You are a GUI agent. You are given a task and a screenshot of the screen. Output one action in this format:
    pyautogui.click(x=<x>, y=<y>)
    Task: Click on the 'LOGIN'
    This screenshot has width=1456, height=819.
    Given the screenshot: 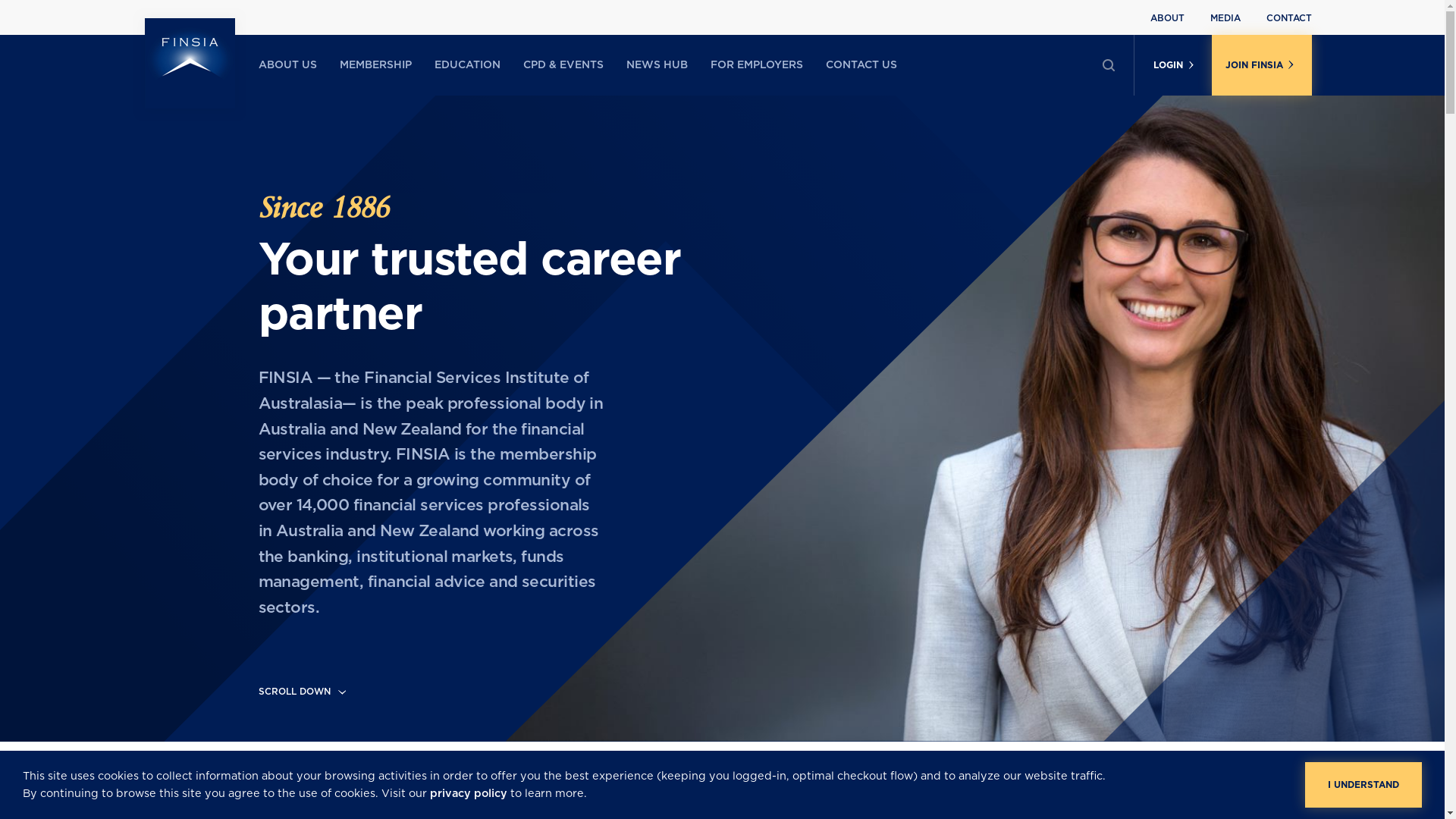 What is the action you would take?
    pyautogui.click(x=1171, y=64)
    